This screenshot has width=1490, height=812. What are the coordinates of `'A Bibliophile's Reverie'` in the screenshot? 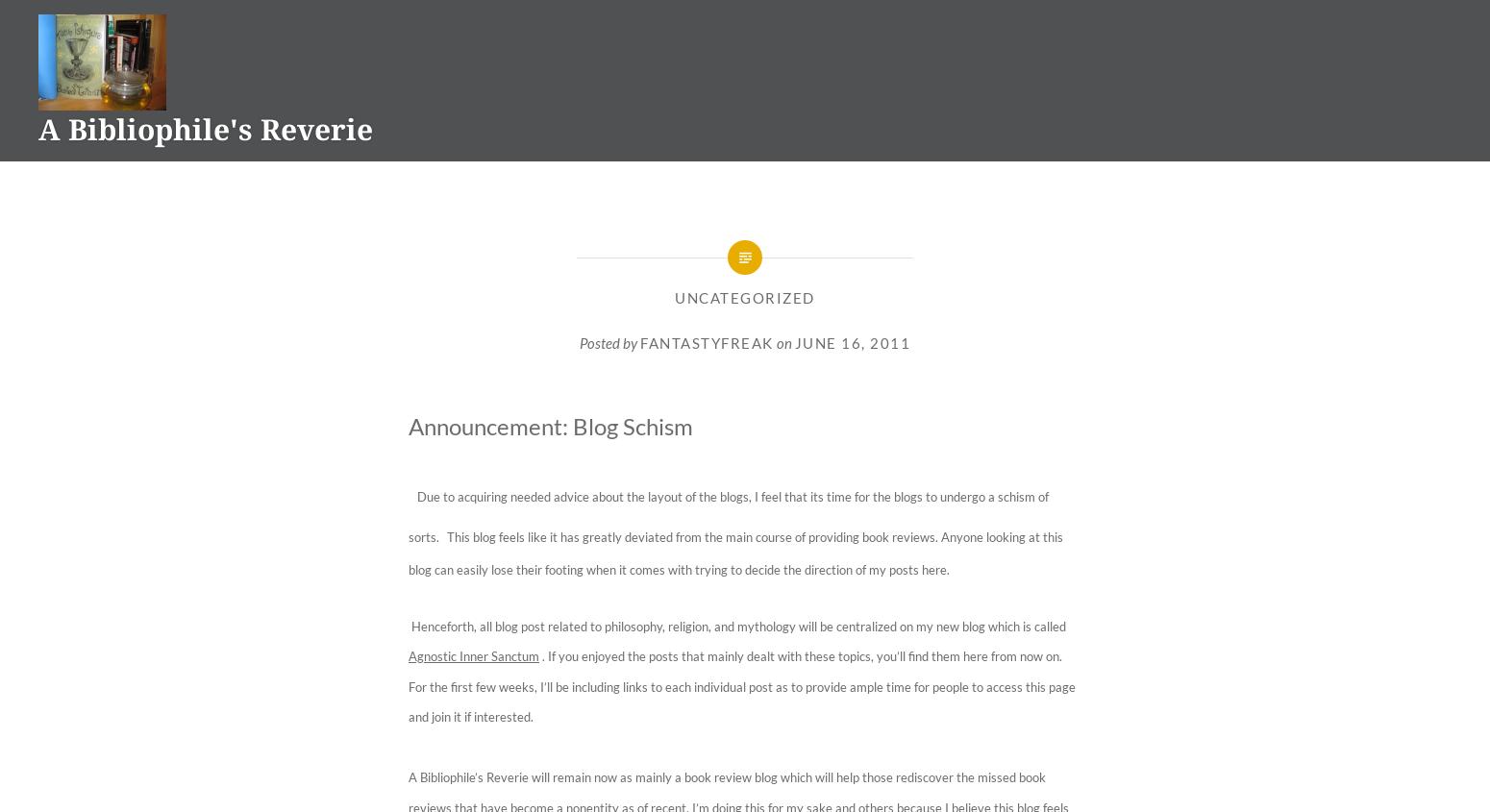 It's located at (205, 129).